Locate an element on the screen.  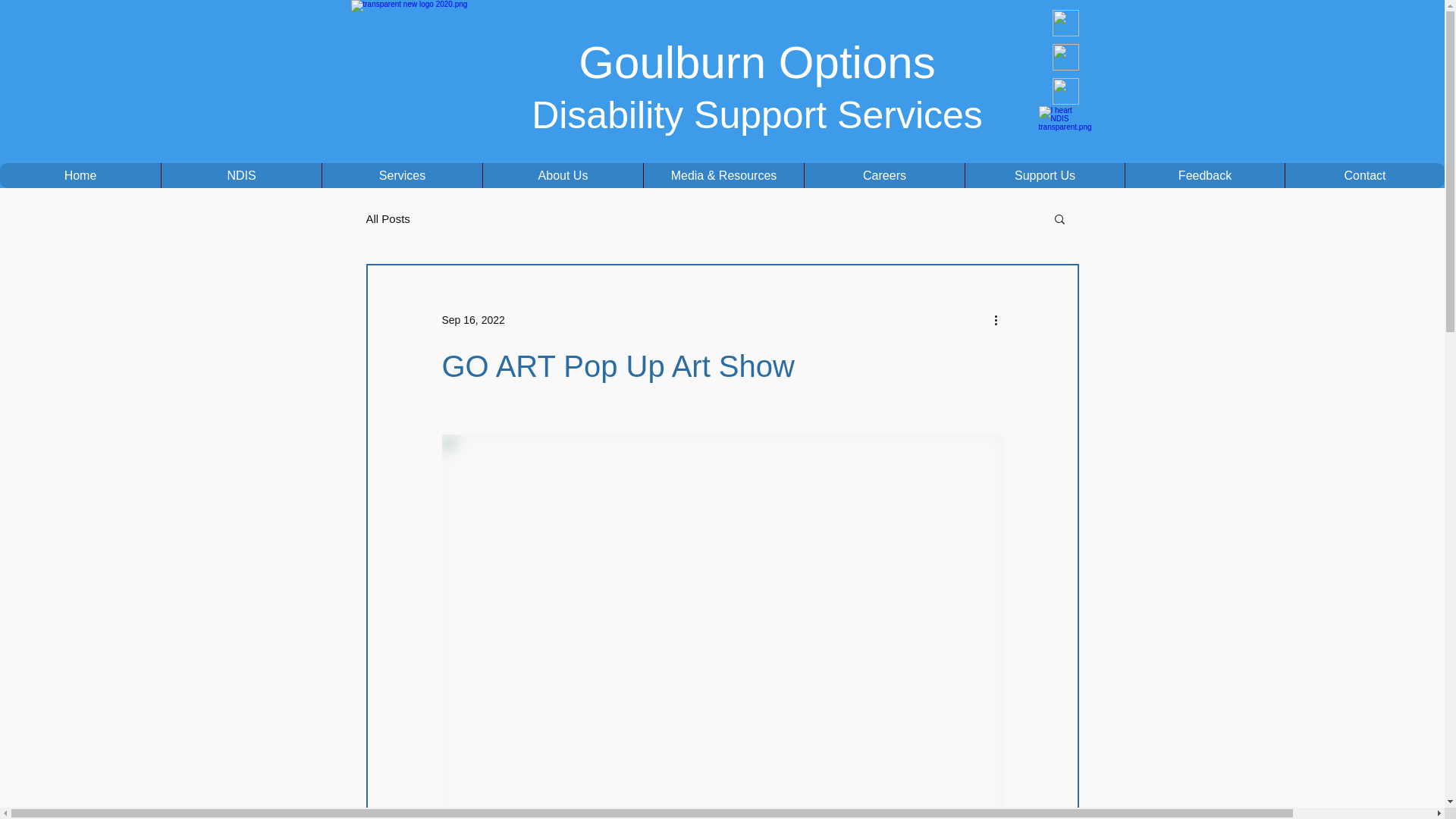
'About Us' is located at coordinates (562, 174).